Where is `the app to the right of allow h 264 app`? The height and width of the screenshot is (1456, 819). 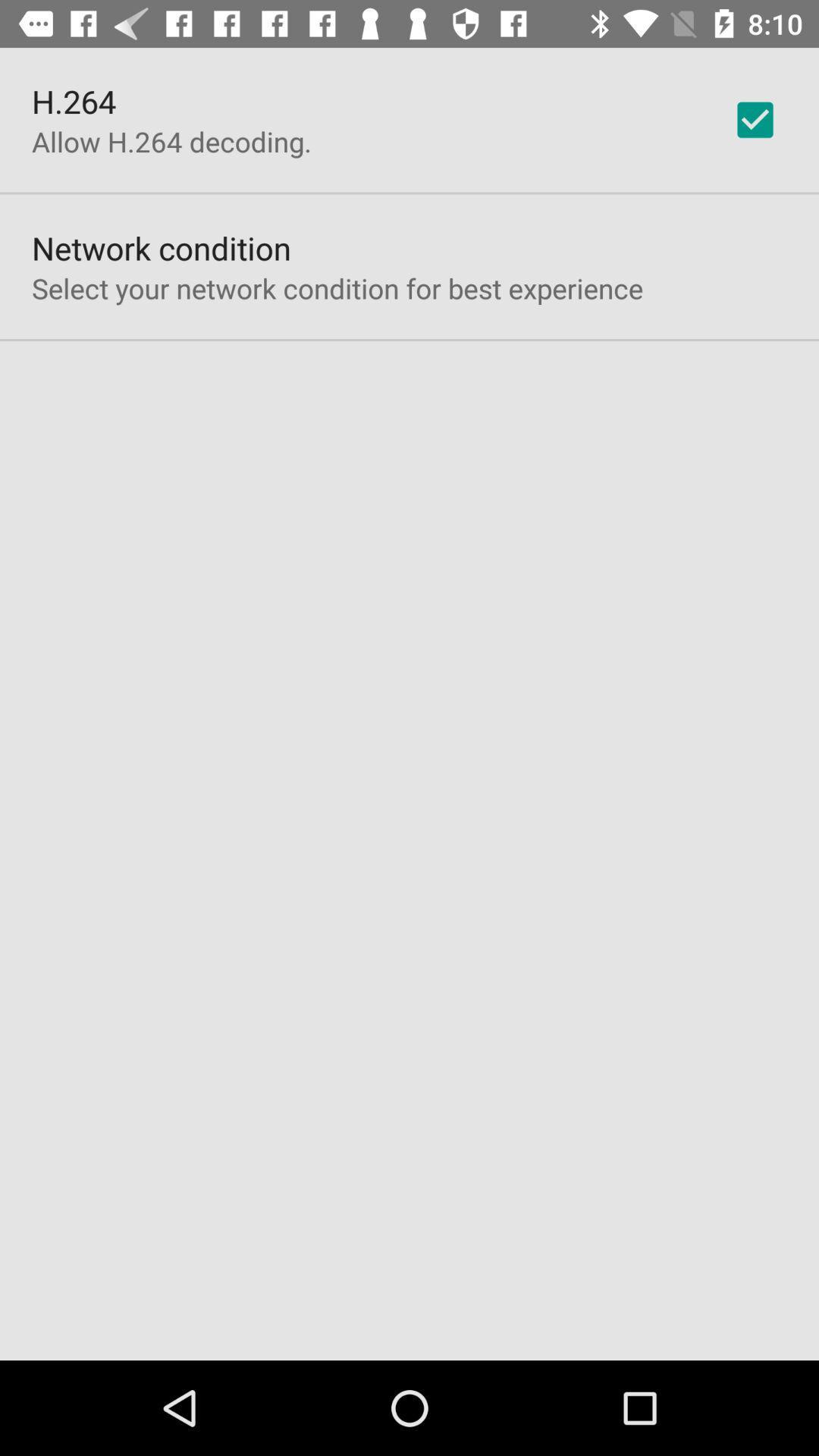 the app to the right of allow h 264 app is located at coordinates (755, 119).